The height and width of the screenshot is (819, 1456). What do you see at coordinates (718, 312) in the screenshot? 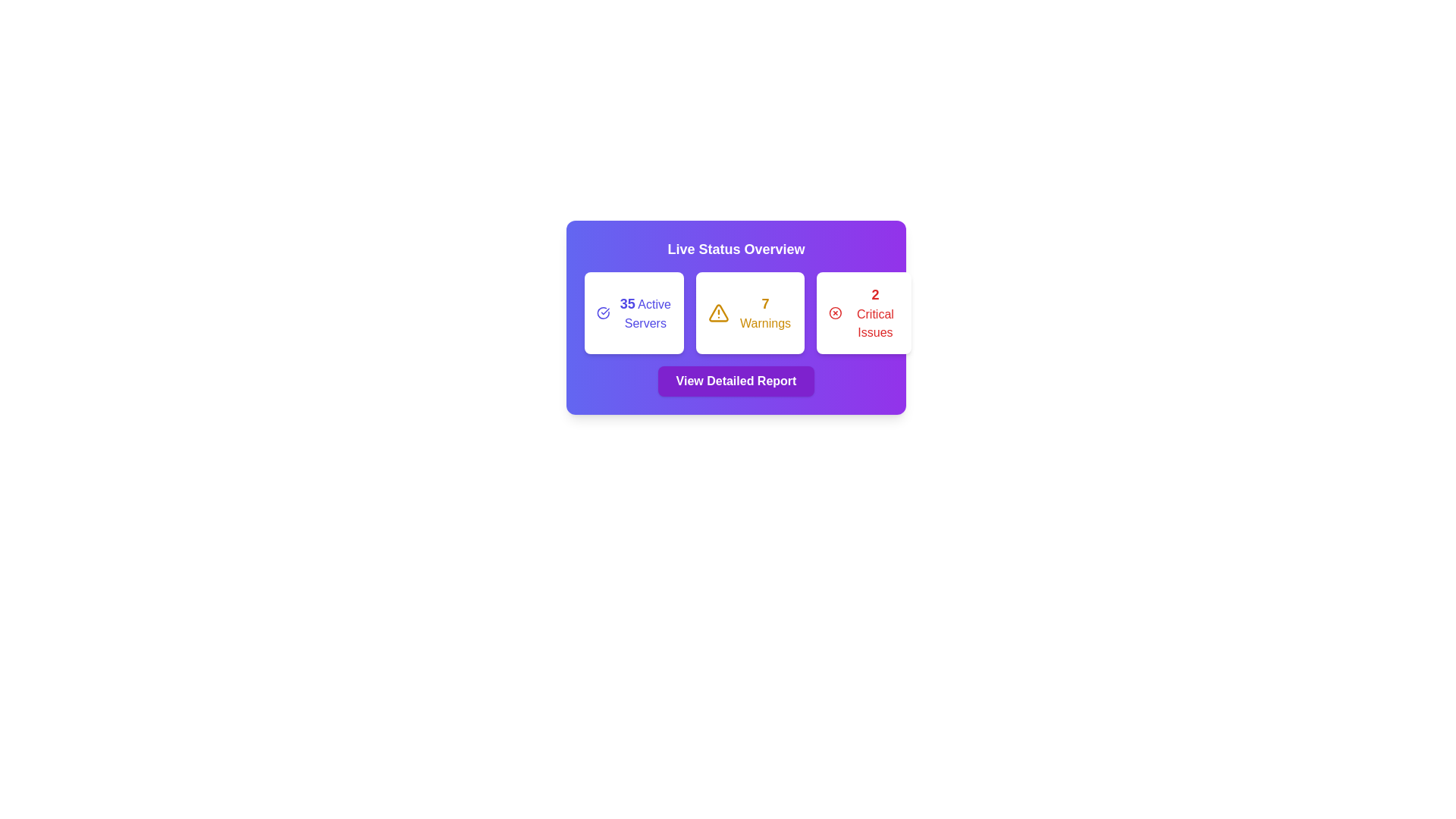
I see `the warning icon that visually emphasizes the '7 Warnings' status, which is located in the second panel from the left in a horizontal row of three panels` at bounding box center [718, 312].